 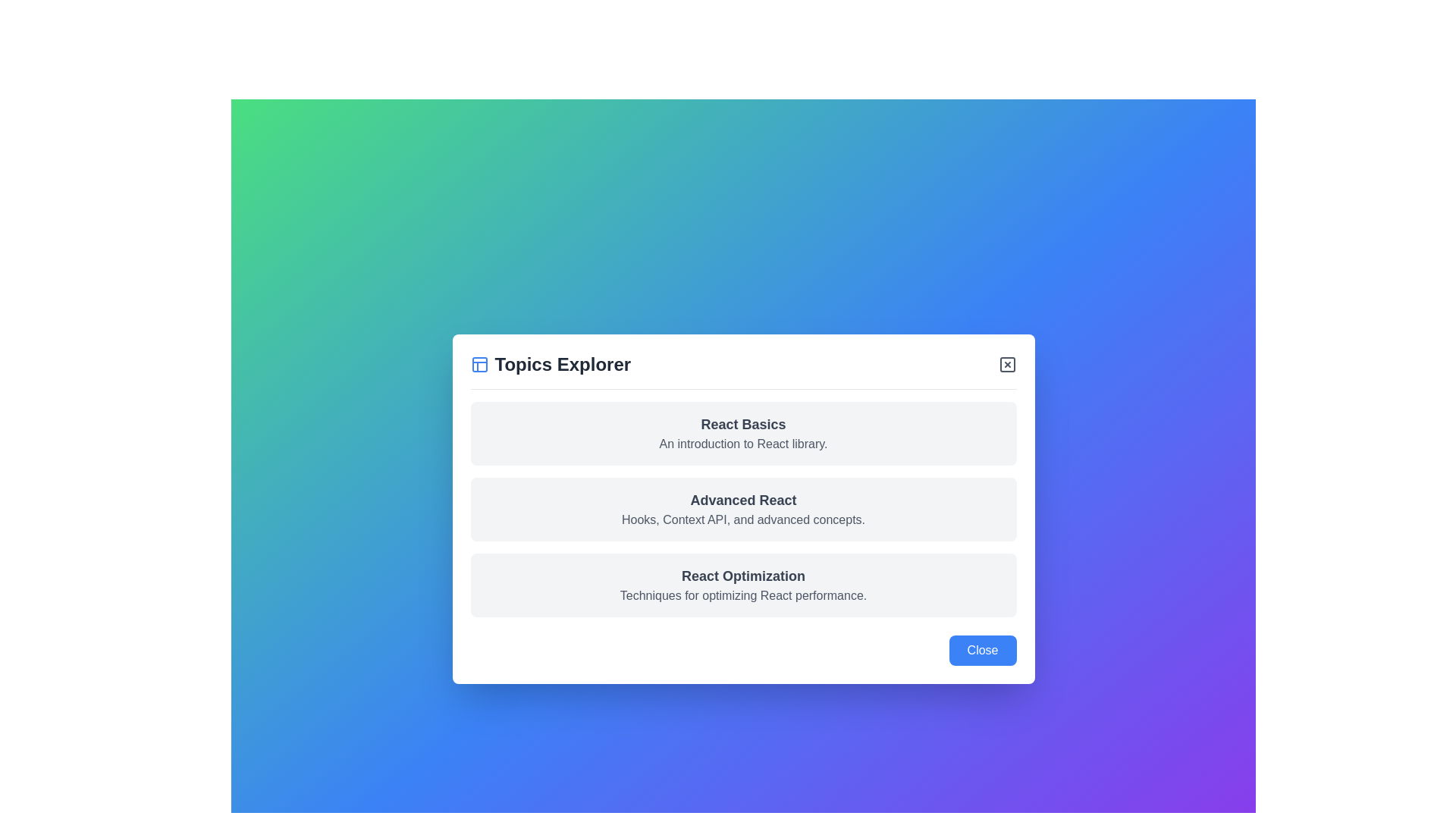 What do you see at coordinates (743, 500) in the screenshot?
I see `the title text element representing the 'Advanced React' topic, which is the top line of text in a centrally positioned card` at bounding box center [743, 500].